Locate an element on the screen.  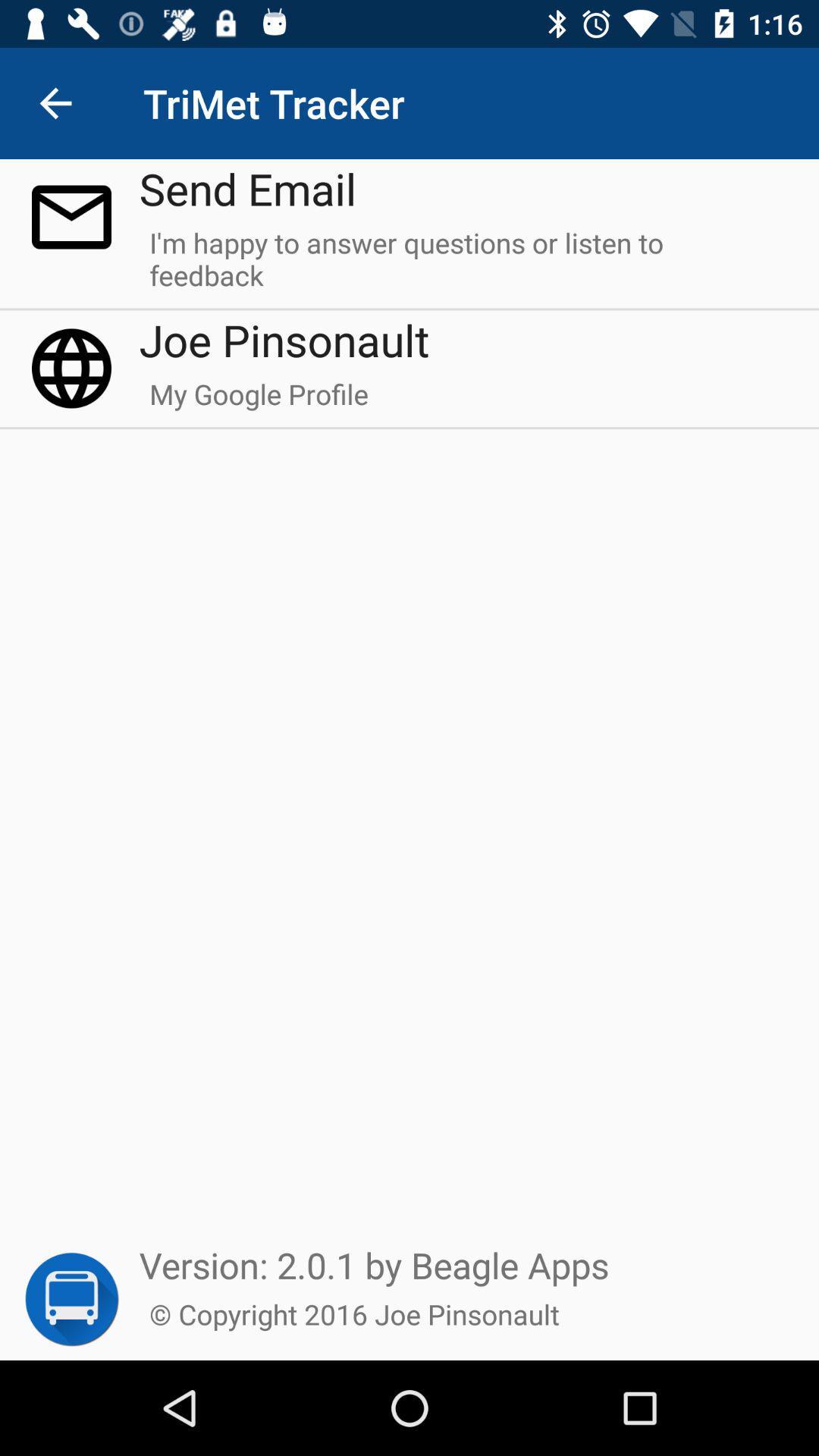
the my google profile is located at coordinates (258, 401).